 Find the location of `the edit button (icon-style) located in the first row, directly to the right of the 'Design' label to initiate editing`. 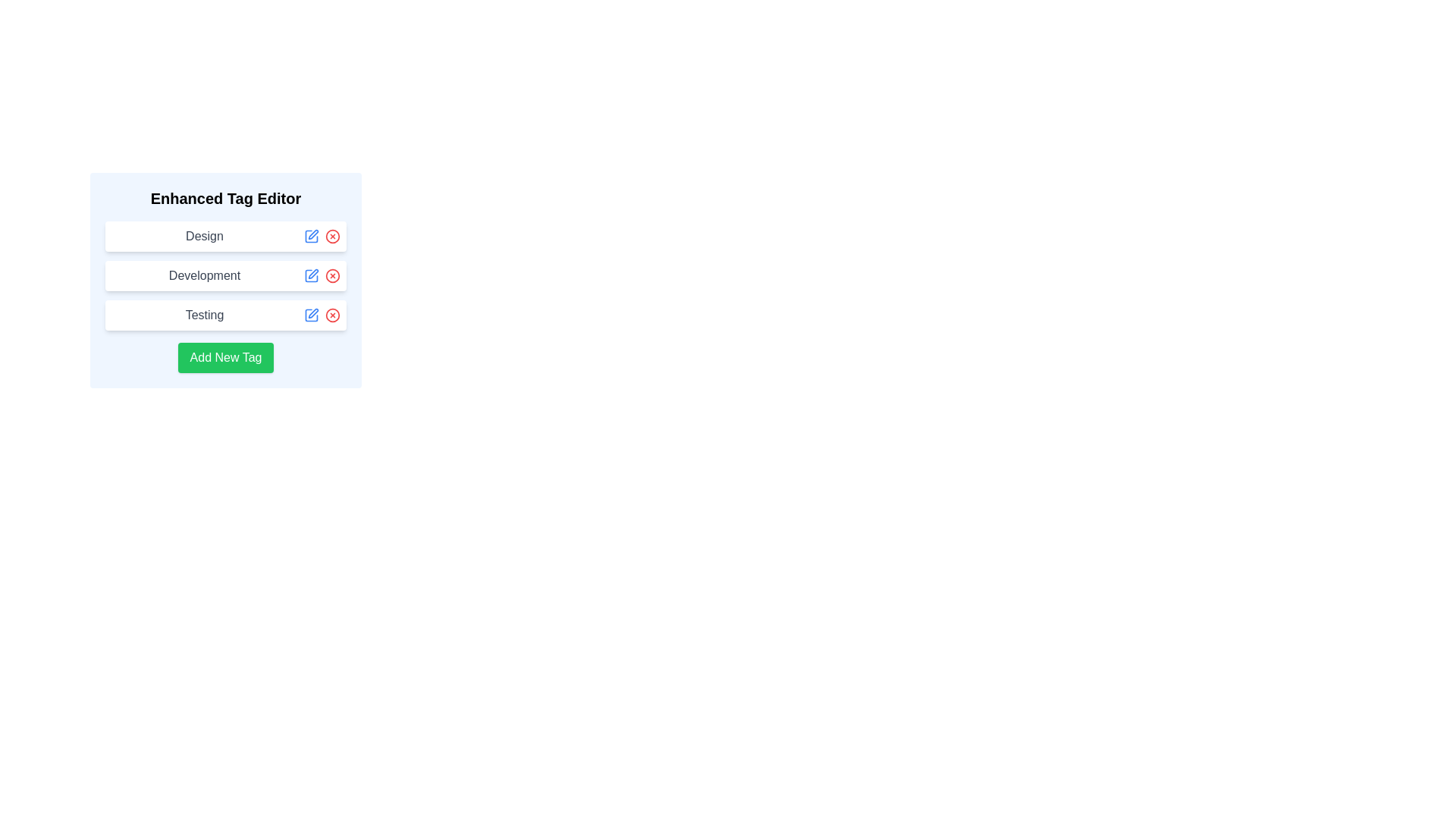

the edit button (icon-style) located in the first row, directly to the right of the 'Design' label to initiate editing is located at coordinates (311, 237).